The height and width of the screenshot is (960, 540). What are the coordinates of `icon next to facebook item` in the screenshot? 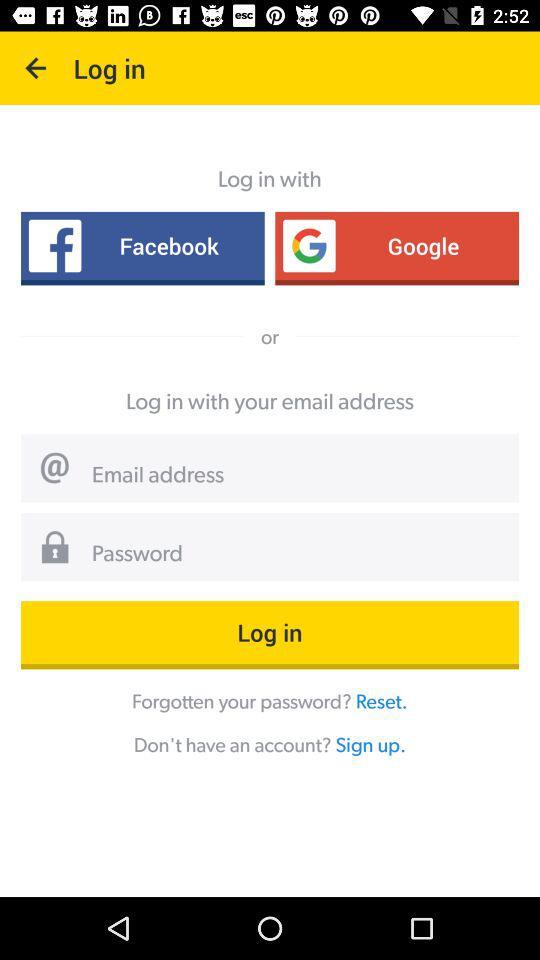 It's located at (397, 244).